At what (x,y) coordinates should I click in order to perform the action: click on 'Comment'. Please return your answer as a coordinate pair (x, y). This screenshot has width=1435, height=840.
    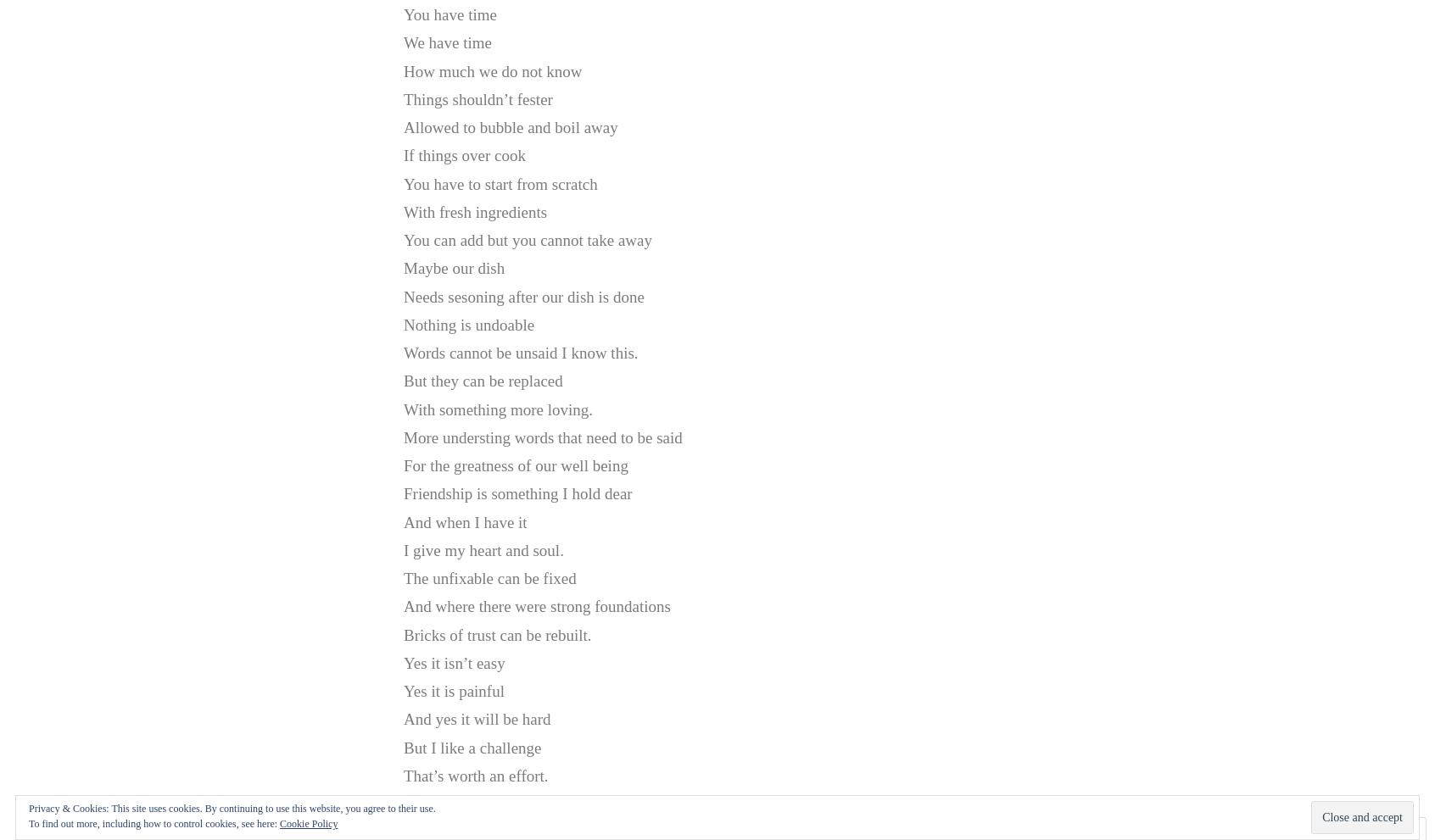
    Looking at the image, I should click on (1281, 832).